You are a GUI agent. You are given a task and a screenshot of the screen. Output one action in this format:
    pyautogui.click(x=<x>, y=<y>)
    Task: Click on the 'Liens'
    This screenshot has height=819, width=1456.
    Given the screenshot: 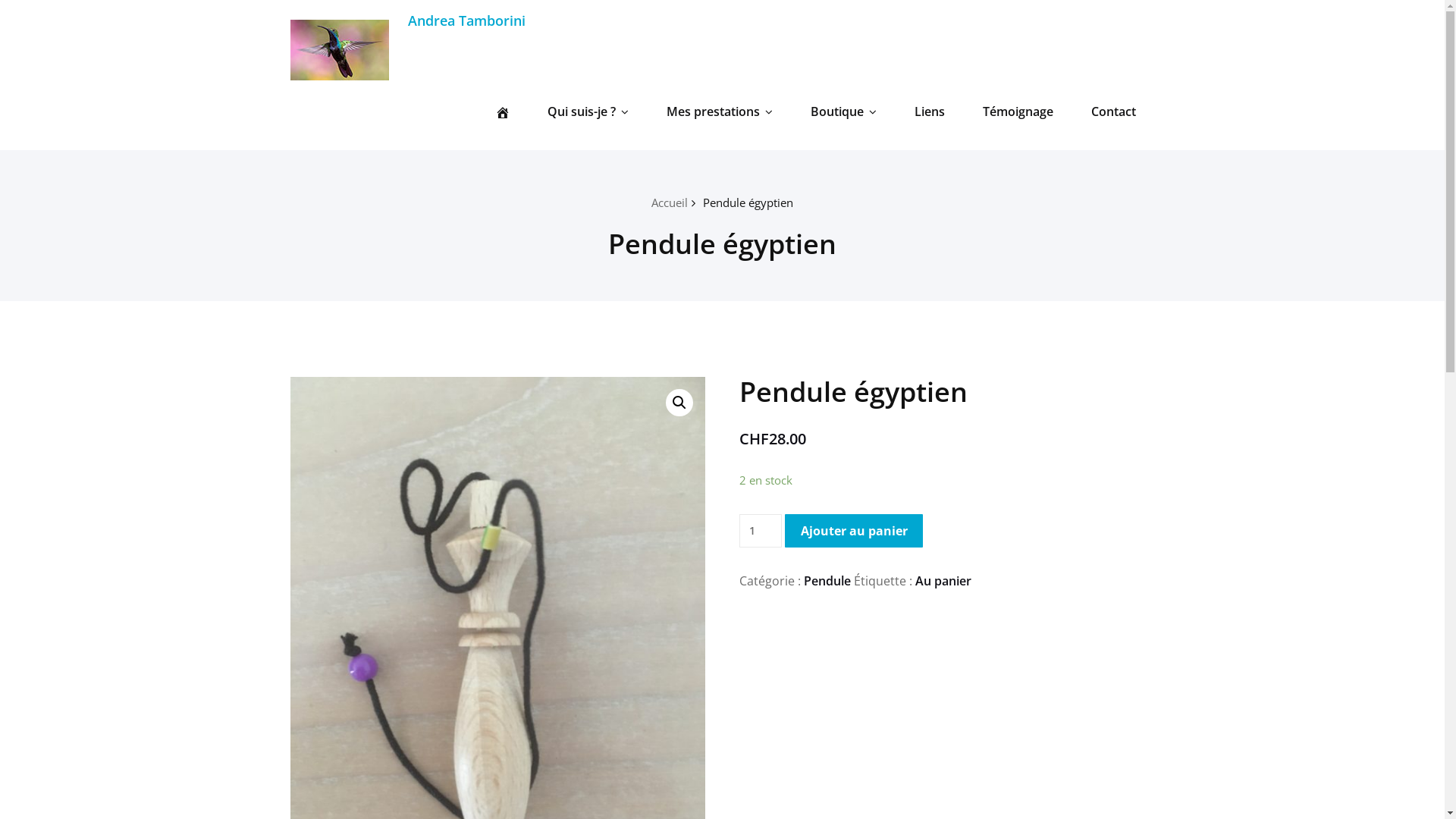 What is the action you would take?
    pyautogui.click(x=902, y=110)
    